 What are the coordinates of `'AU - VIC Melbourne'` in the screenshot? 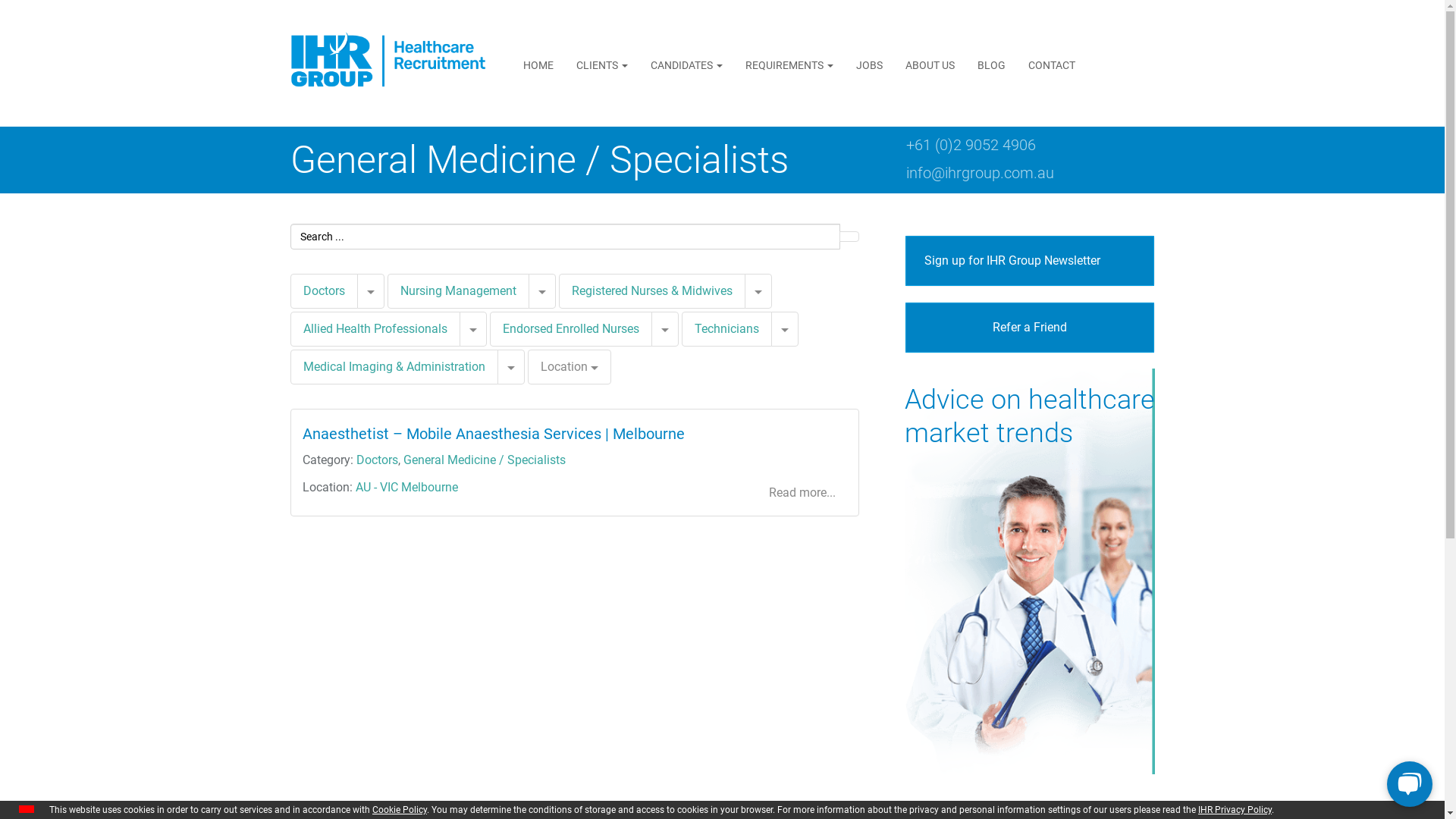 It's located at (406, 487).